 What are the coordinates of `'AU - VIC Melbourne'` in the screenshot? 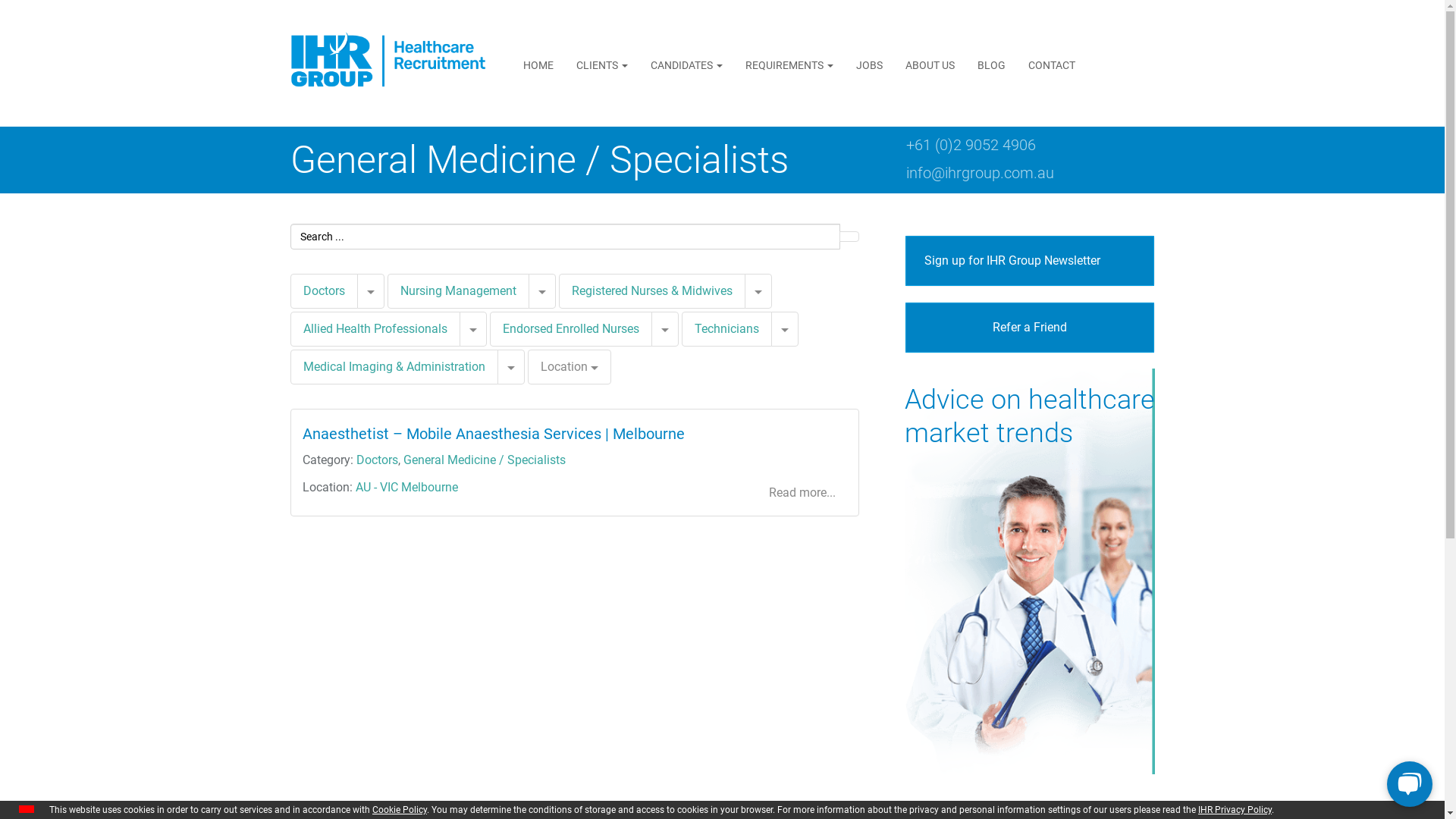 It's located at (406, 487).